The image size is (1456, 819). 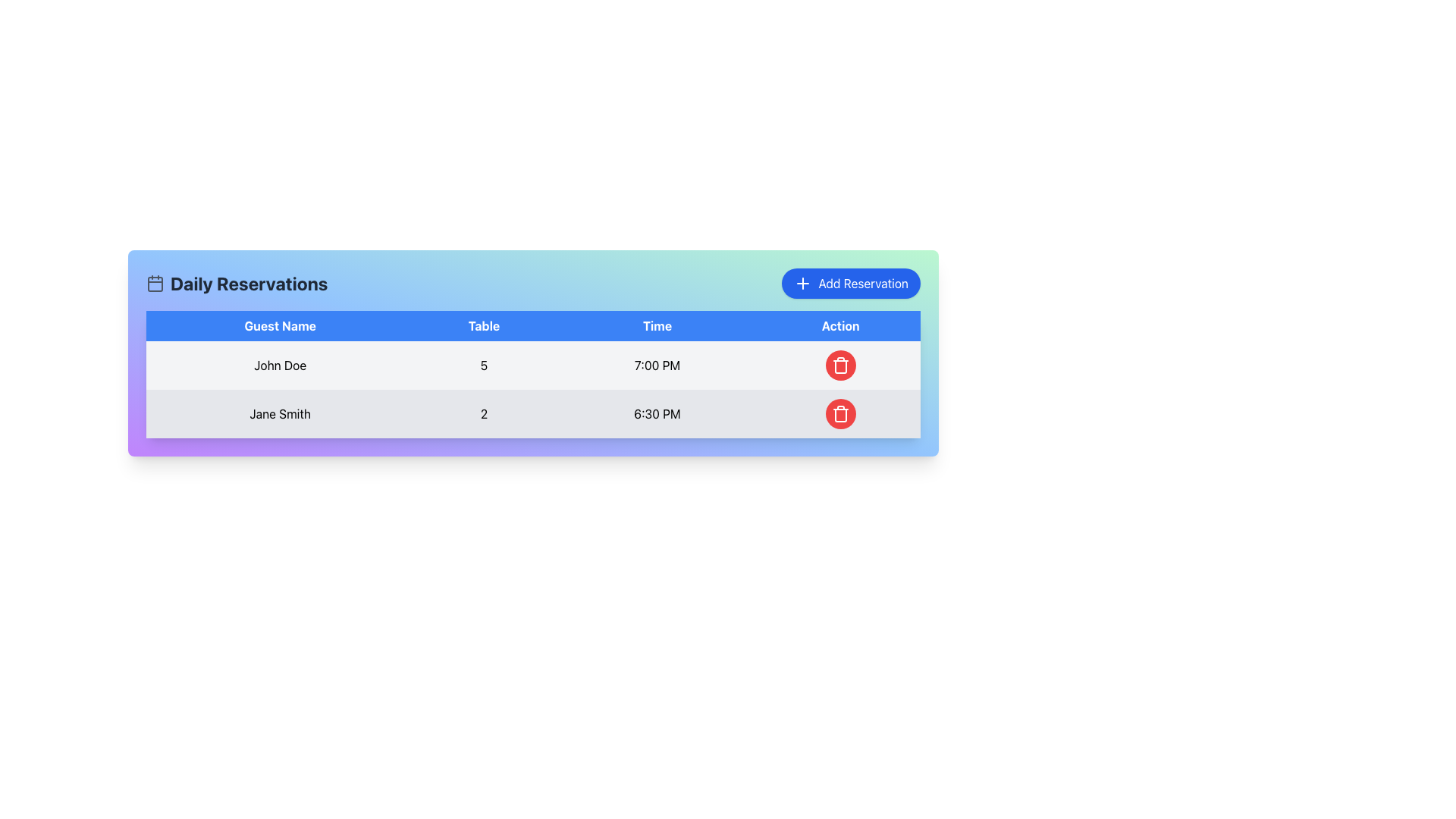 I want to click on the red Icon Button in the 'Action' column of the second row of the table, so click(x=839, y=414).